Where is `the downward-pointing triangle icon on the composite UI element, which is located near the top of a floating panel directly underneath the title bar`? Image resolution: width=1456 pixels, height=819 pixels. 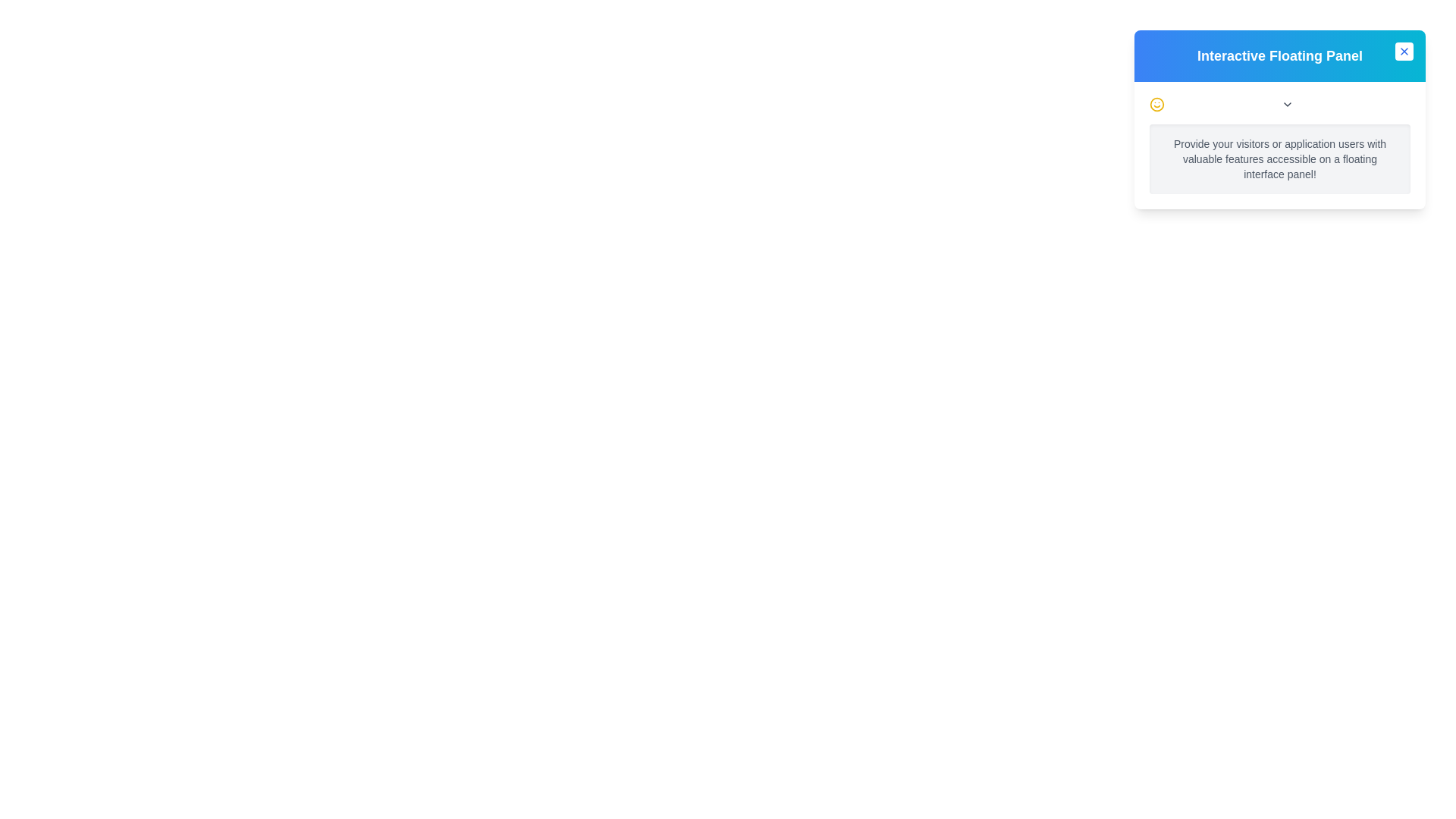
the downward-pointing triangle icon on the composite UI element, which is located near the top of a floating panel directly underneath the title bar is located at coordinates (1279, 104).